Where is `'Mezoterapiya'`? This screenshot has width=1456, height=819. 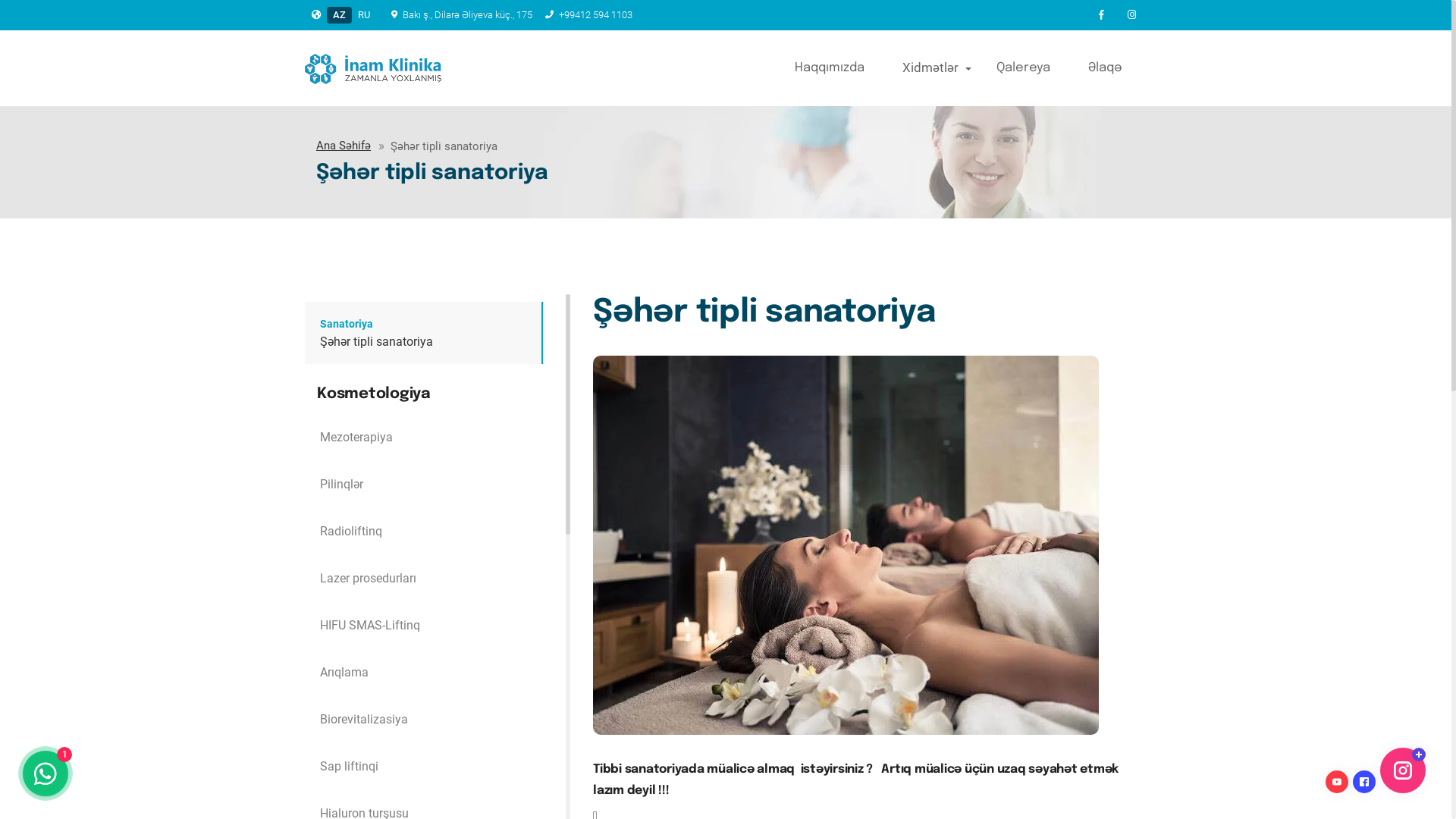
'Mezoterapiya' is located at coordinates (423, 438).